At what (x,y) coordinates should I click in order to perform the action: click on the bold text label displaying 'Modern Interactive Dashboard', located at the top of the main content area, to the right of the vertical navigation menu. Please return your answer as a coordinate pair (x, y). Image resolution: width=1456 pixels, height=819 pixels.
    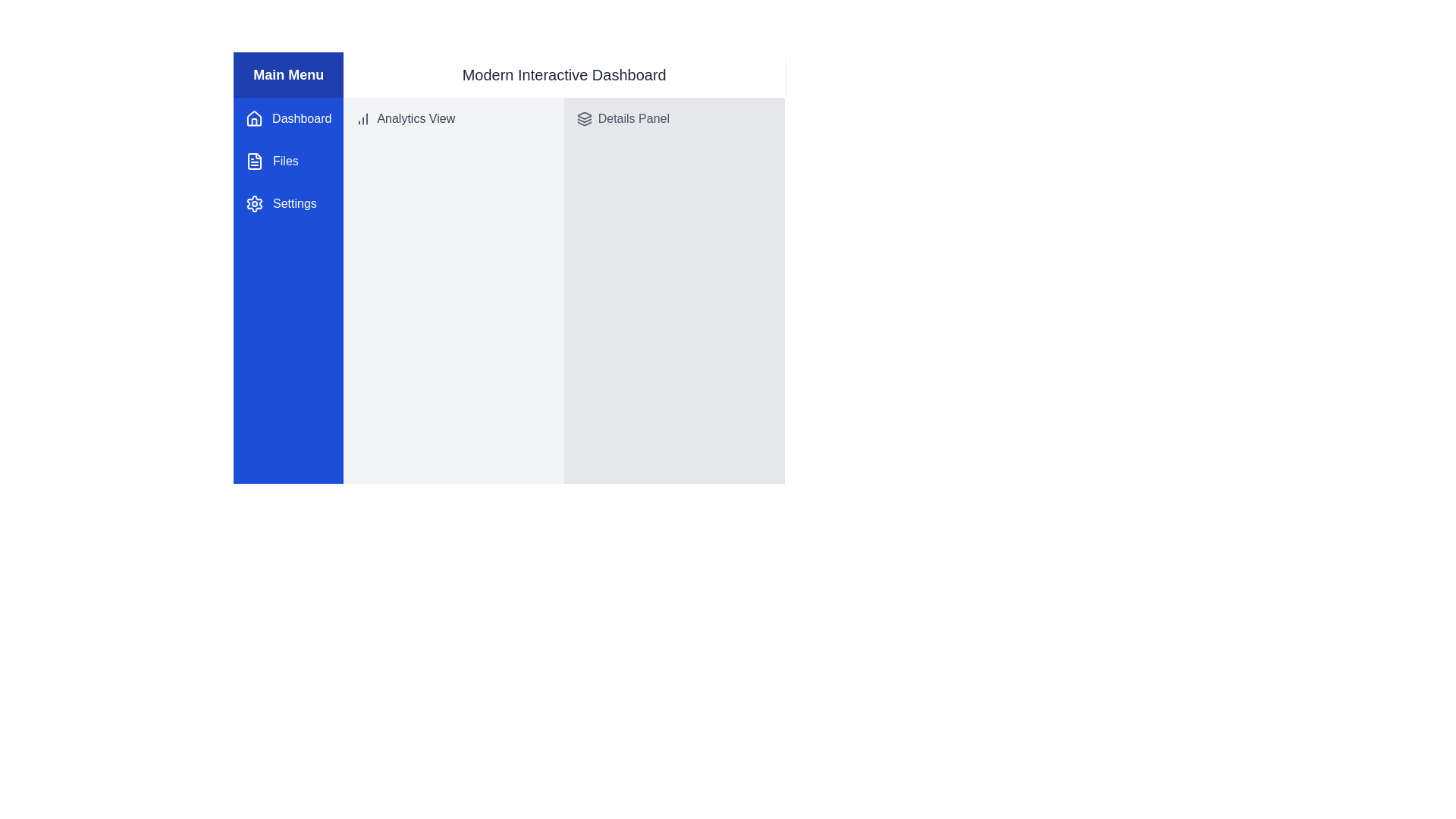
    Looking at the image, I should click on (563, 75).